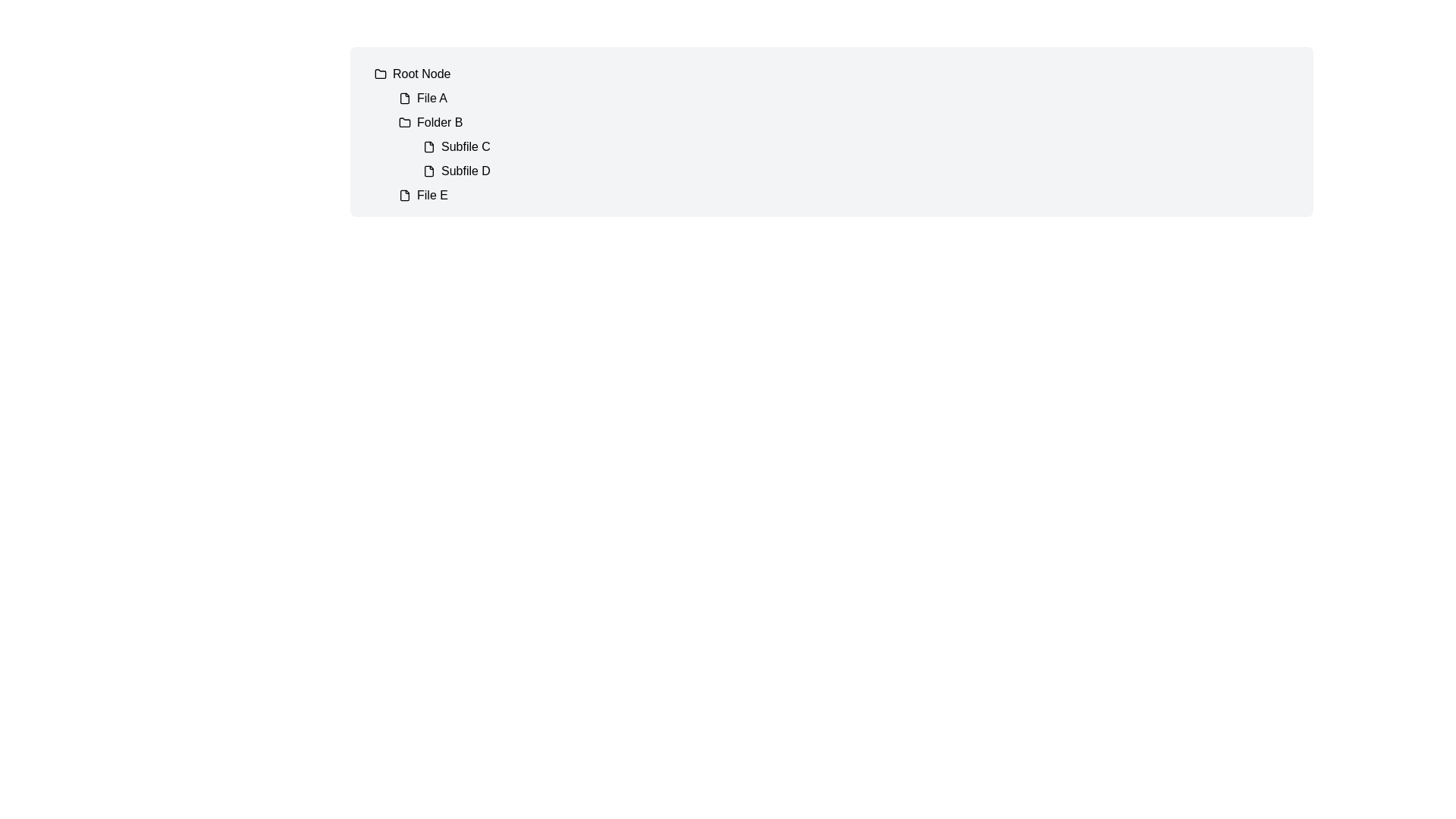  What do you see at coordinates (404, 121) in the screenshot?
I see `the 'Folder B' icon, which is a line-style folder icon located under the root node in the file explorer interface` at bounding box center [404, 121].